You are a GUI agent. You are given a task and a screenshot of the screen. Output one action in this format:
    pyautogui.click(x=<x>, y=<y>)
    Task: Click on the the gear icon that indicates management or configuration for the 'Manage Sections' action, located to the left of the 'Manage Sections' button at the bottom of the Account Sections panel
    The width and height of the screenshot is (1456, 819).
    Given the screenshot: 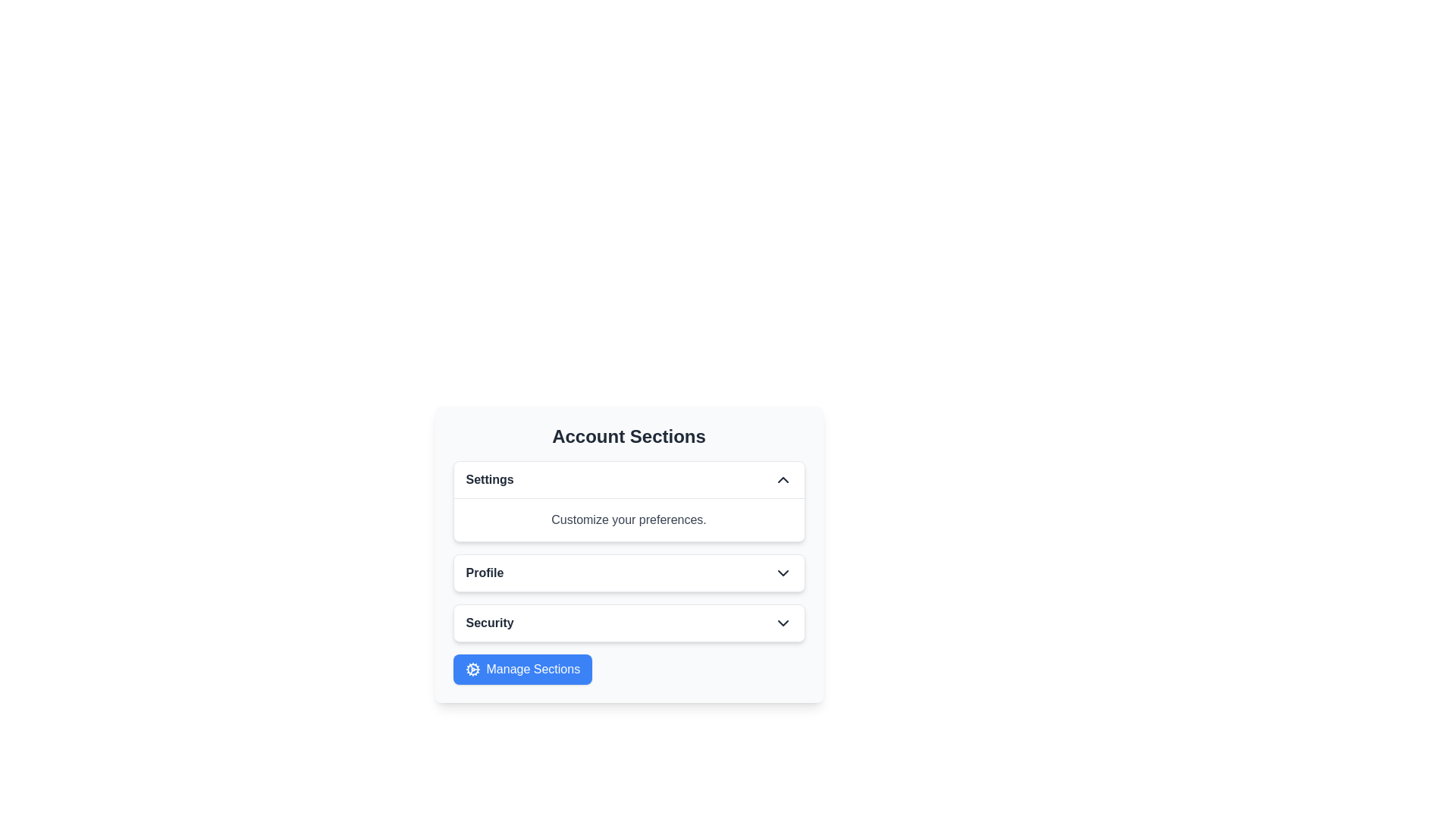 What is the action you would take?
    pyautogui.click(x=472, y=669)
    